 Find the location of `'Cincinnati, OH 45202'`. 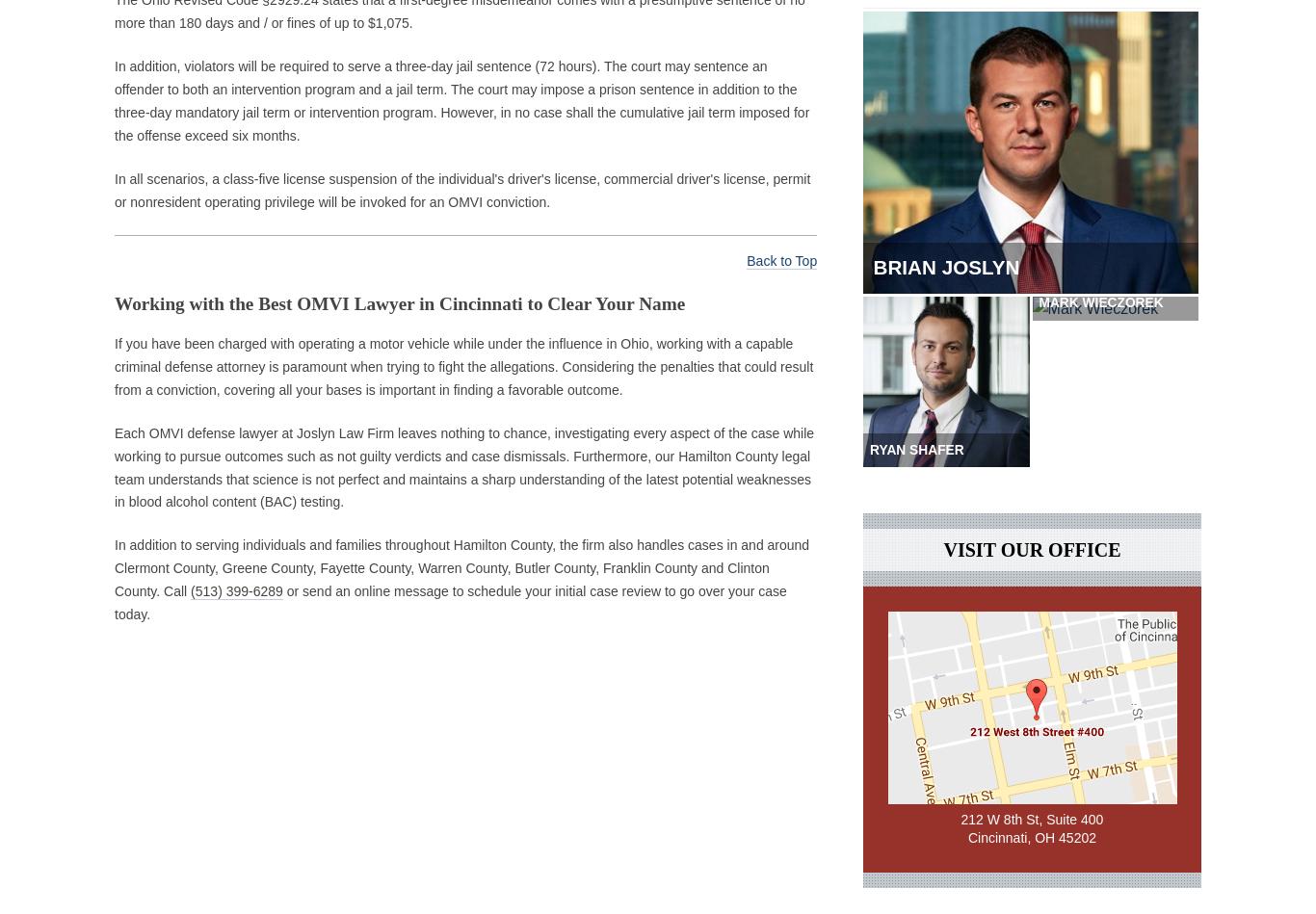

'Cincinnati, OH 45202' is located at coordinates (1030, 847).